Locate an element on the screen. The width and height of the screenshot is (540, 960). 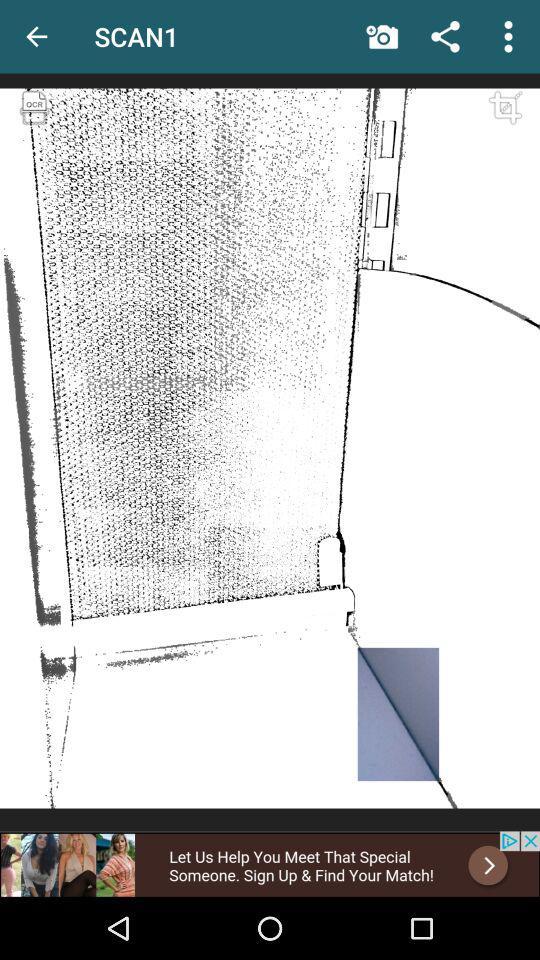
the option on the top right corner is located at coordinates (508, 35).